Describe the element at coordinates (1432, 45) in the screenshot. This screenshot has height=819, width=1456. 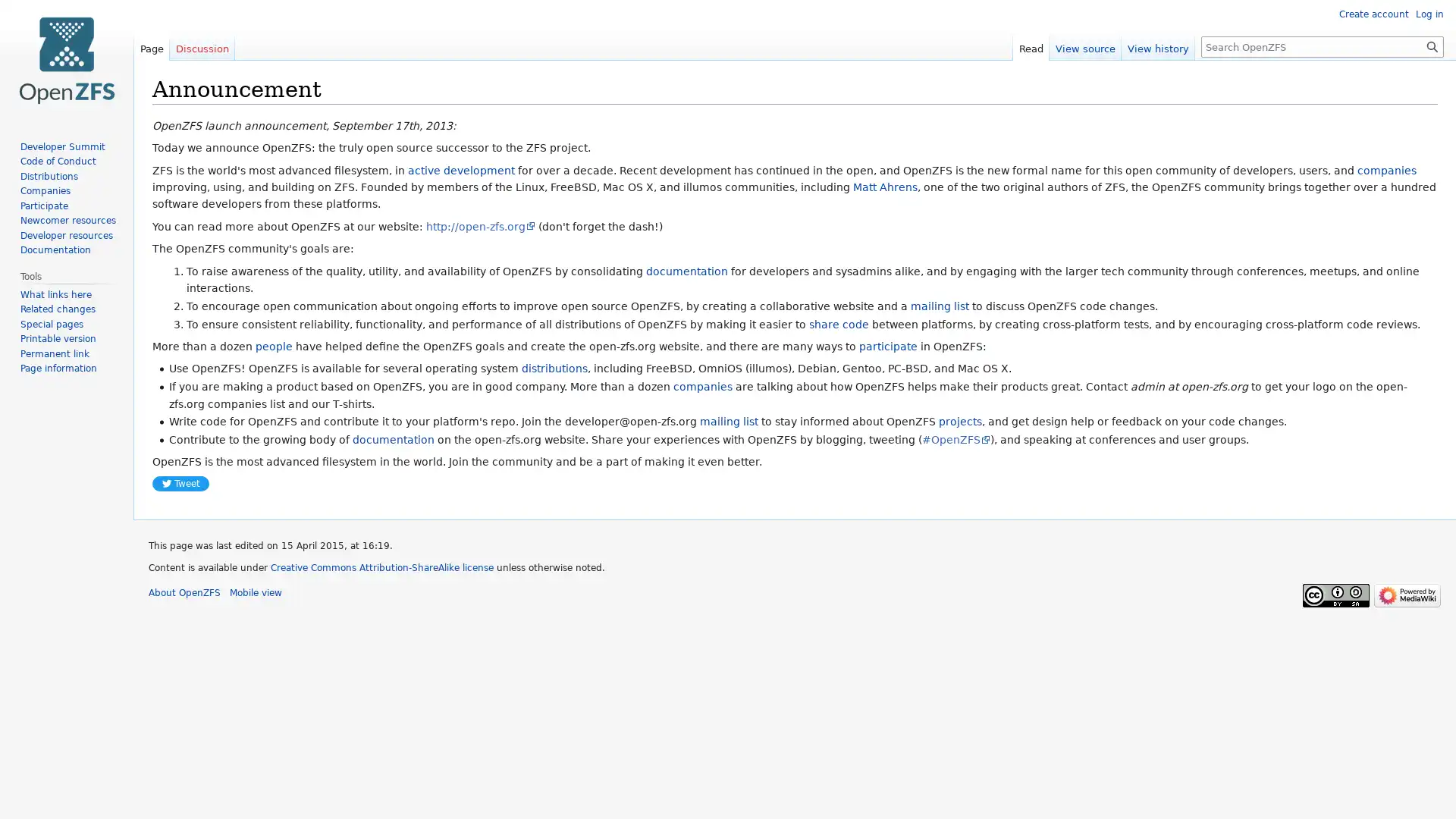
I see `Go` at that location.